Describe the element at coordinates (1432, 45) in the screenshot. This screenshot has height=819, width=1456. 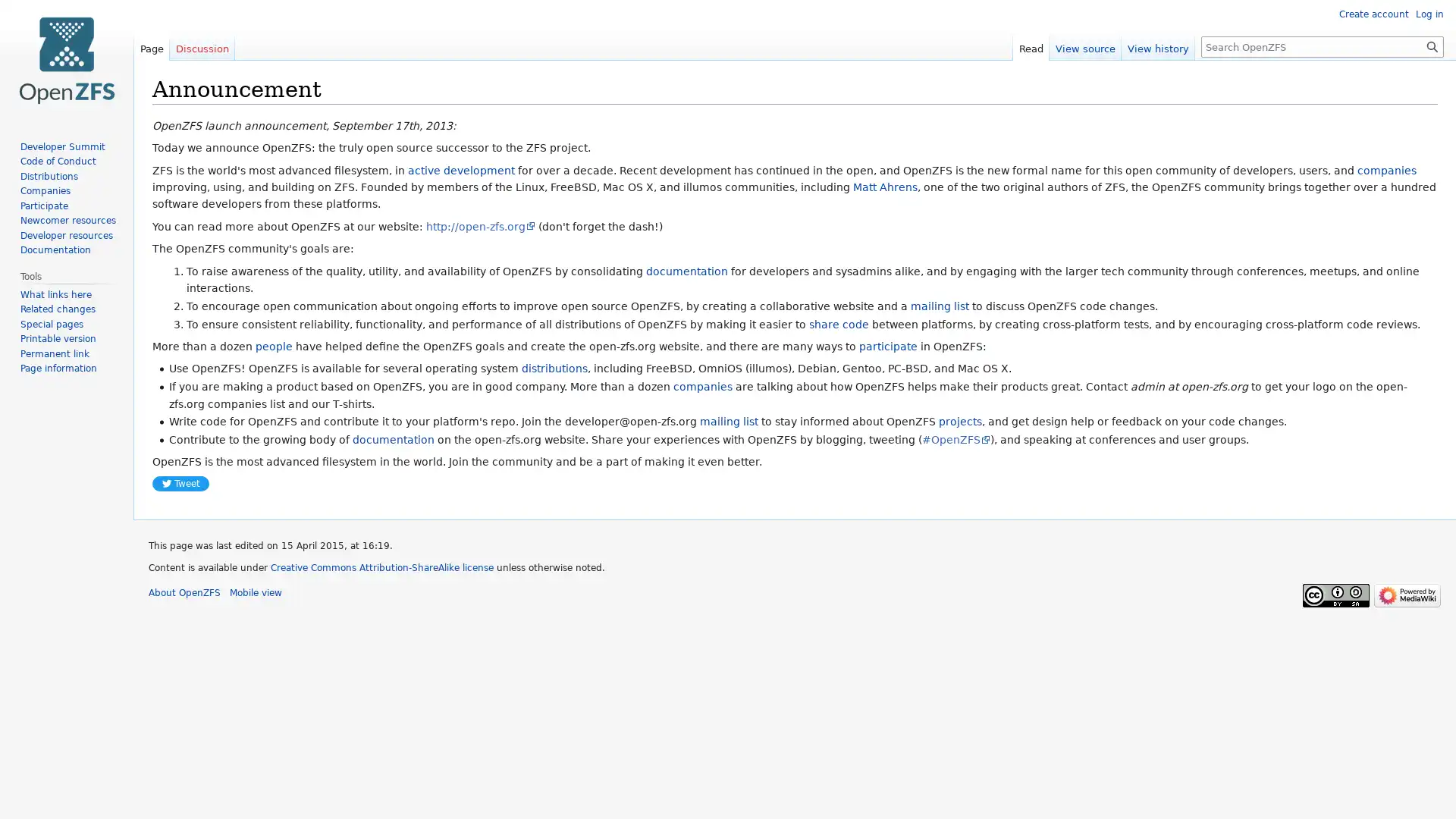
I see `Go` at that location.